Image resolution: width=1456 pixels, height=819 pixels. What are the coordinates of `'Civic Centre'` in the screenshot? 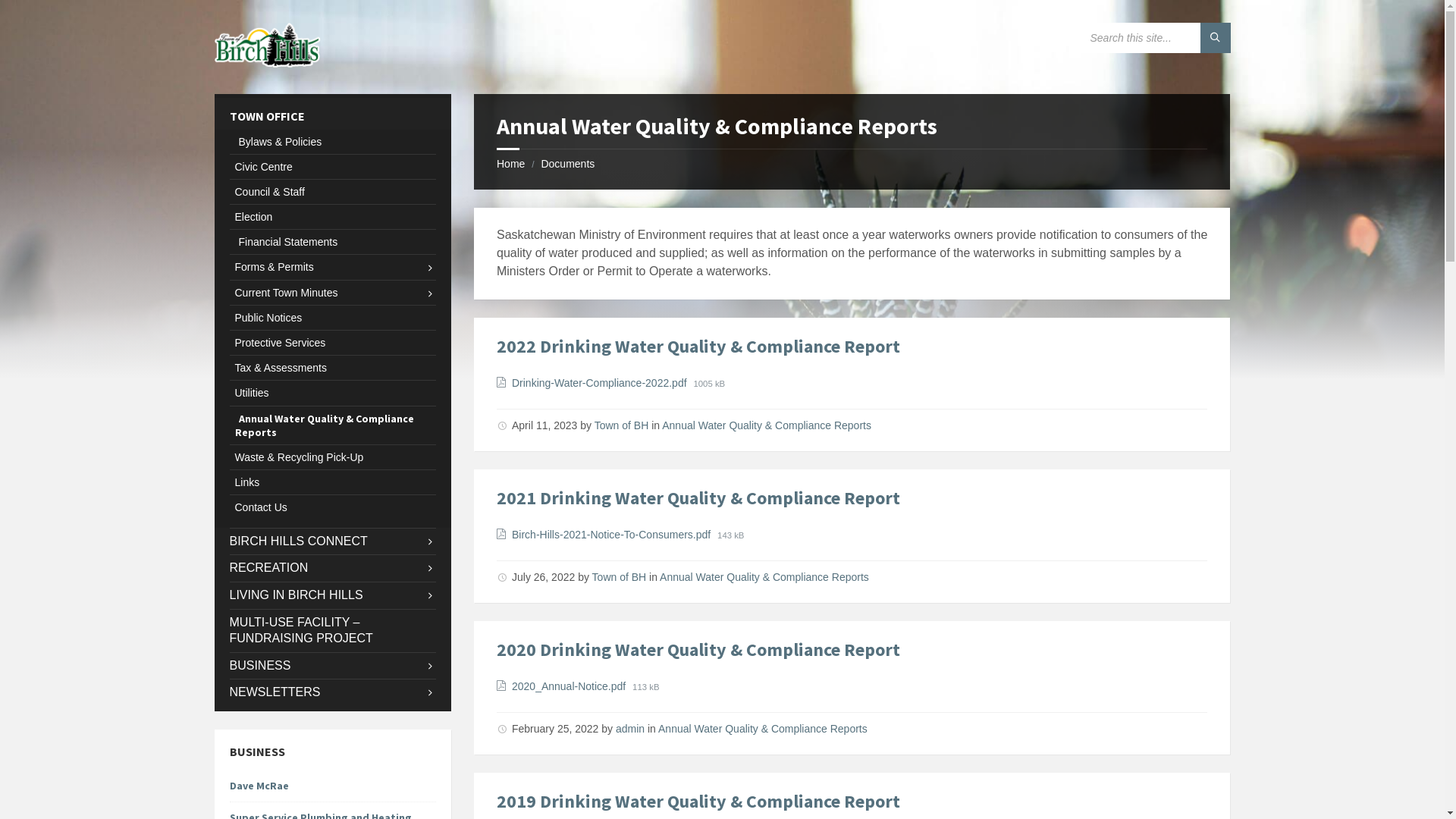 It's located at (331, 166).